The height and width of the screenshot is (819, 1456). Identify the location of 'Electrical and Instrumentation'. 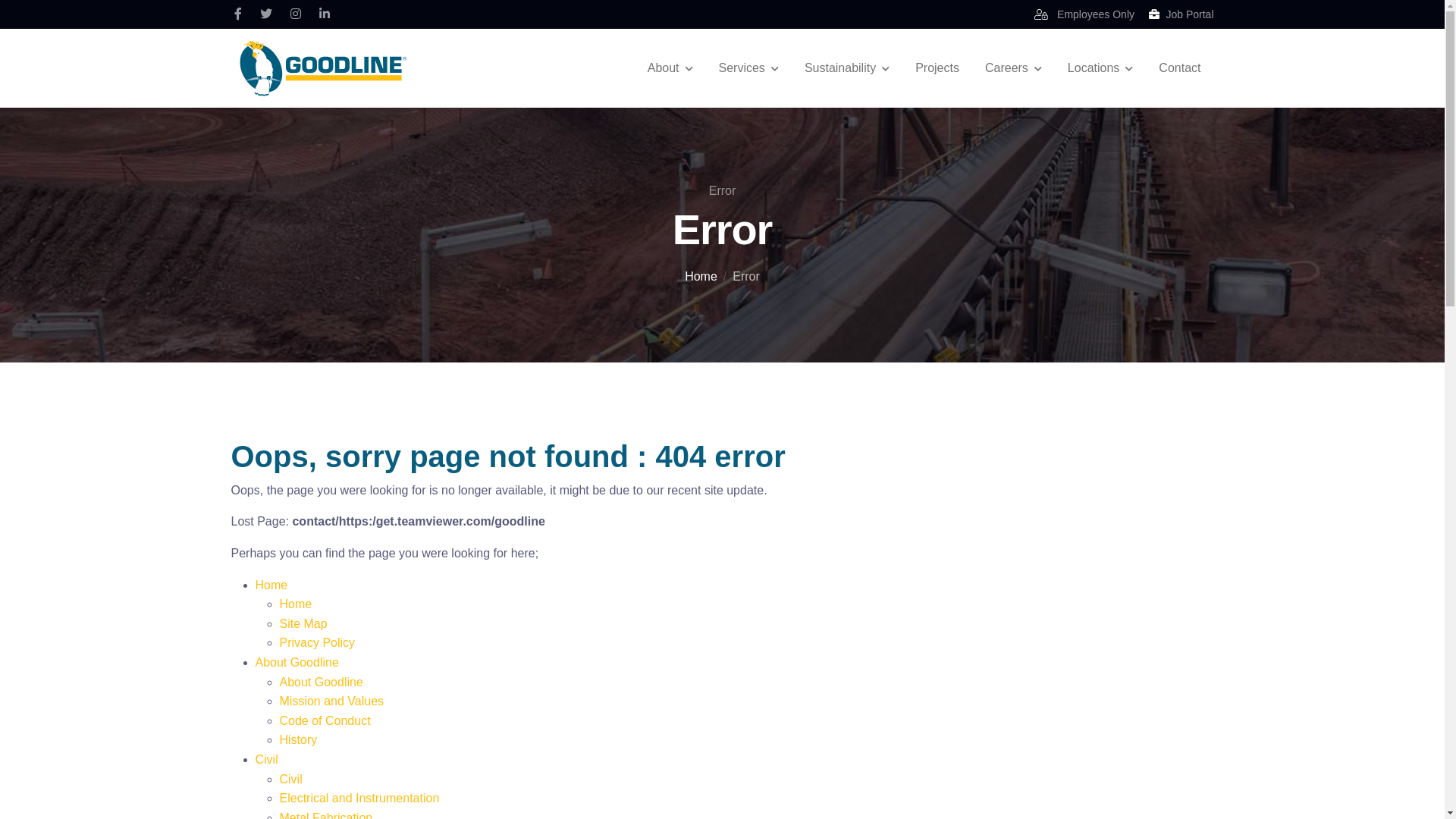
(358, 797).